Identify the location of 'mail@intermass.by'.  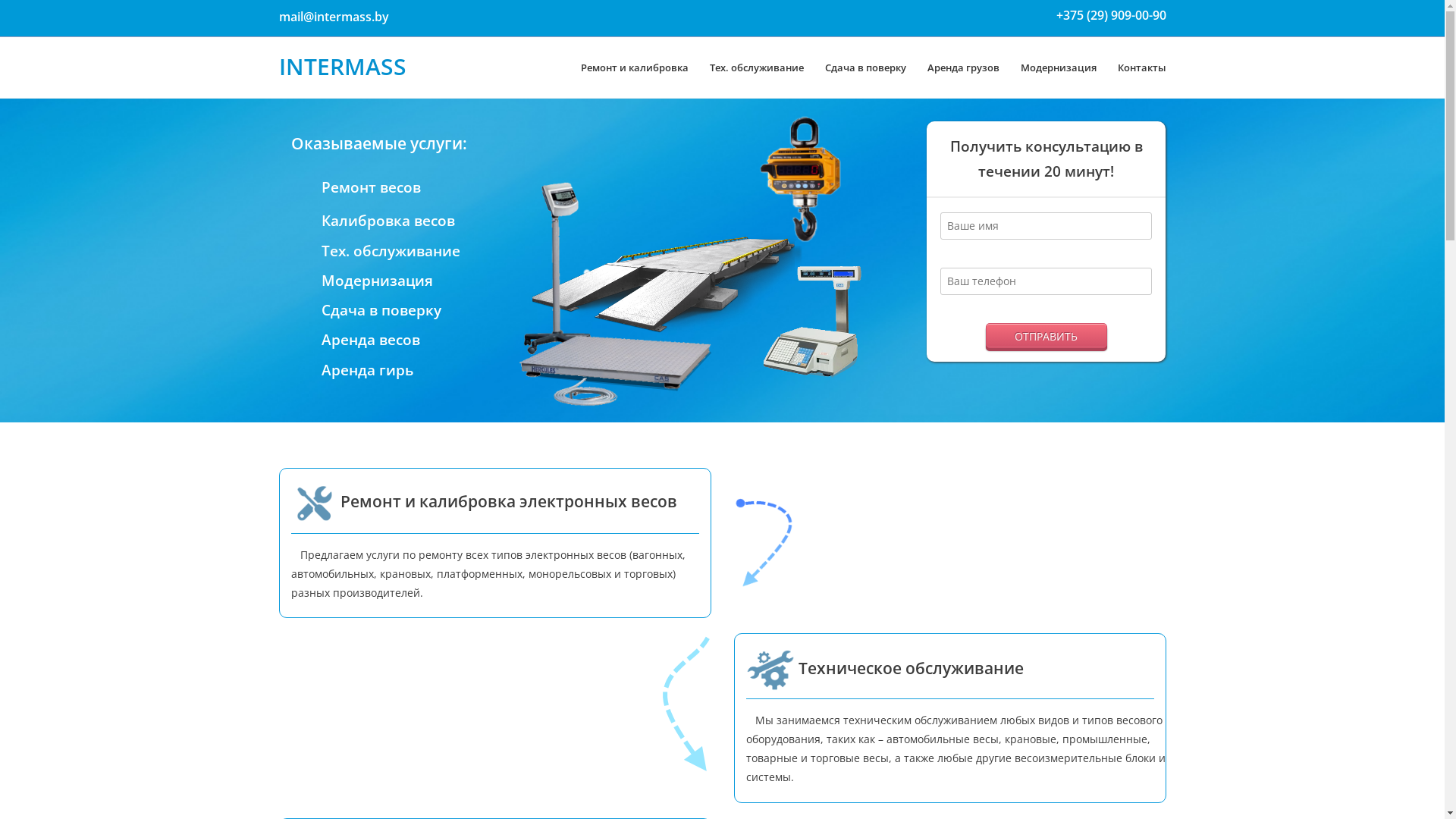
(333, 17).